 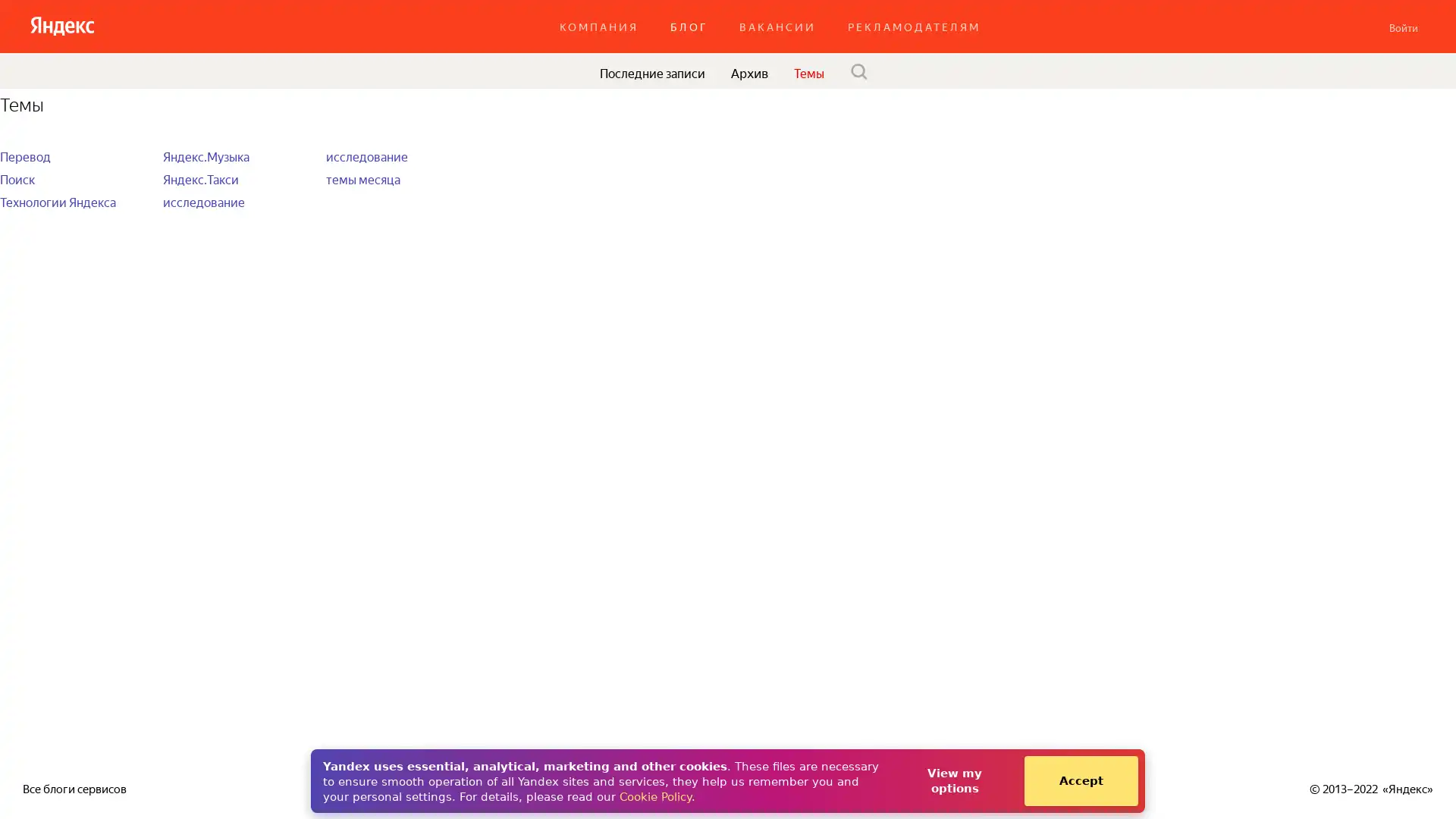 What do you see at coordinates (1080, 780) in the screenshot?
I see `Accept` at bounding box center [1080, 780].